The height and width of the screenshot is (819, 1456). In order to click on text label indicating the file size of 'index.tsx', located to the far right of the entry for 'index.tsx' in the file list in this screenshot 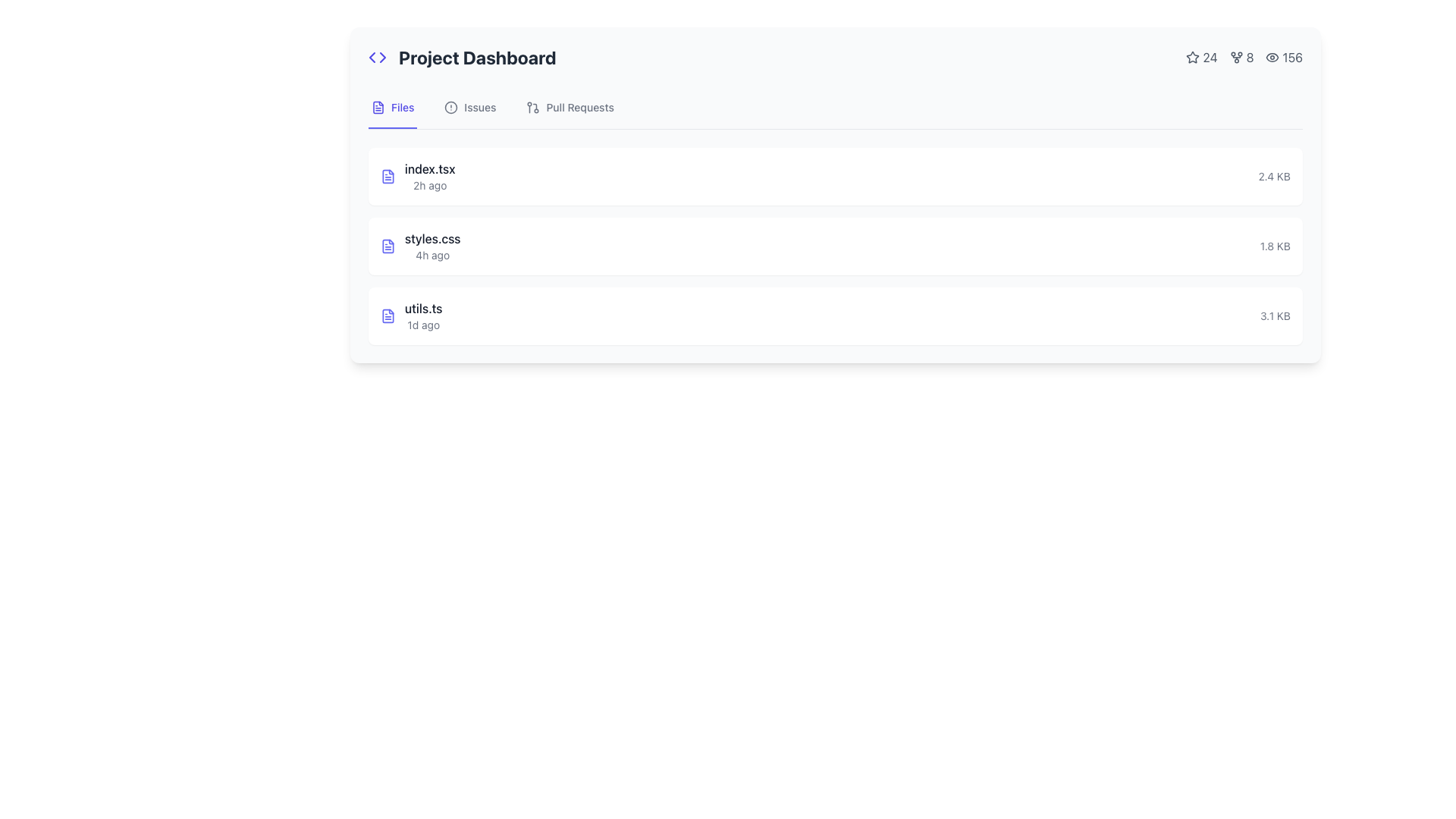, I will do `click(1274, 175)`.